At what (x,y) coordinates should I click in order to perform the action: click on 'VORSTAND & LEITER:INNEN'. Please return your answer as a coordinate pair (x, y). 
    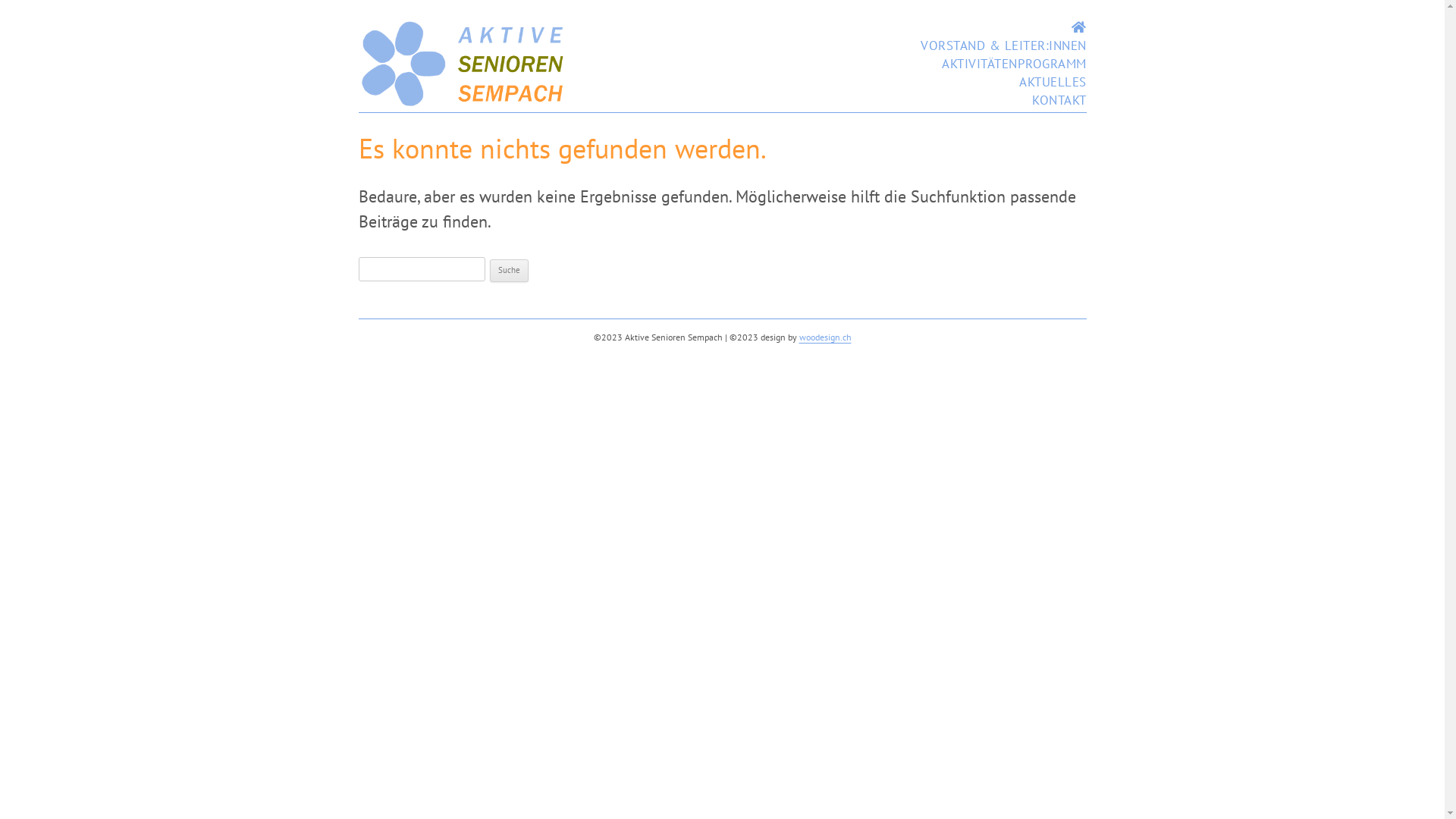
    Looking at the image, I should click on (1003, 45).